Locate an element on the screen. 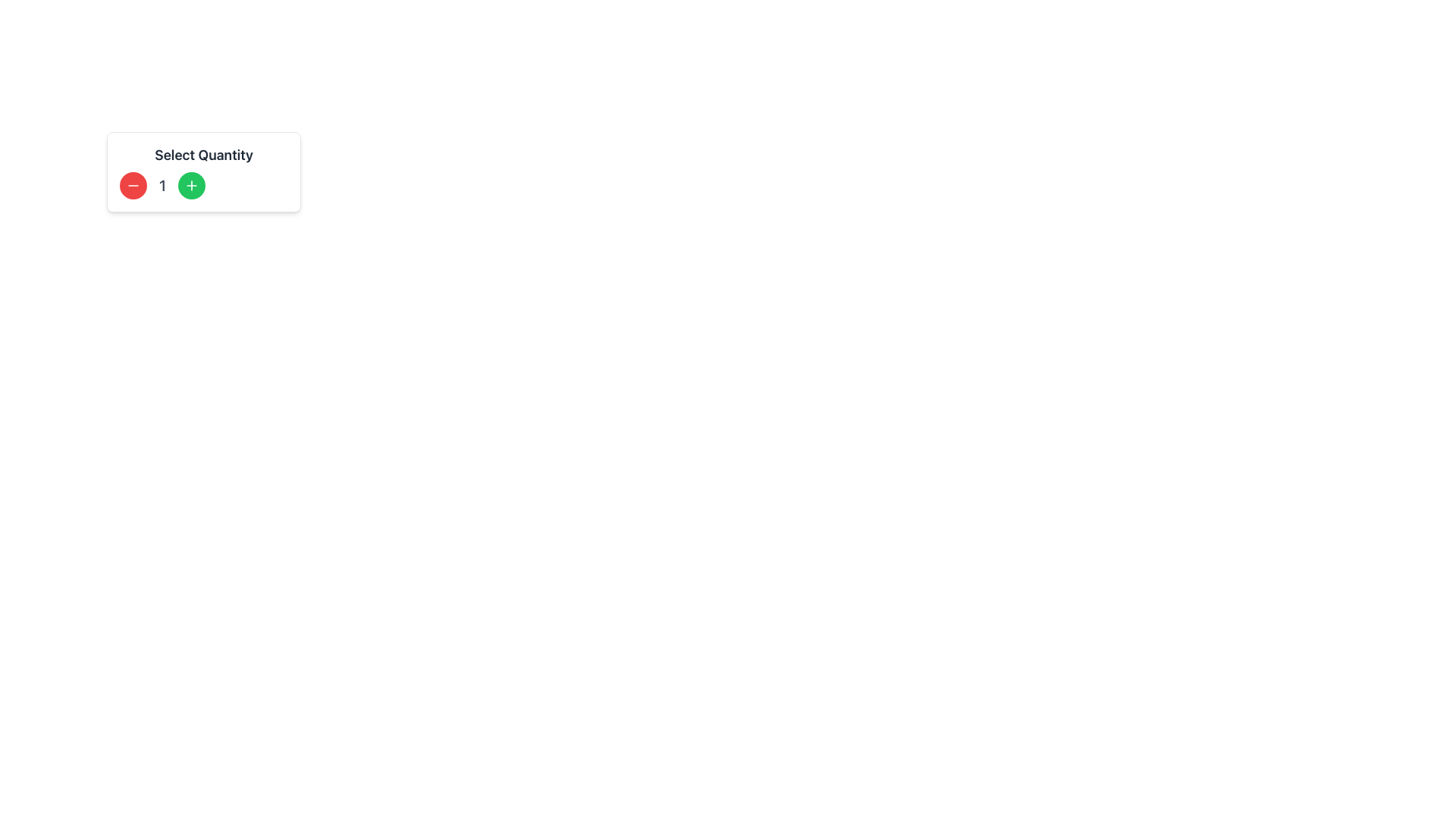 This screenshot has width=1456, height=819. the static text element displaying a bold, gray number, positioned between a red minus button and a green plus button is located at coordinates (162, 185).